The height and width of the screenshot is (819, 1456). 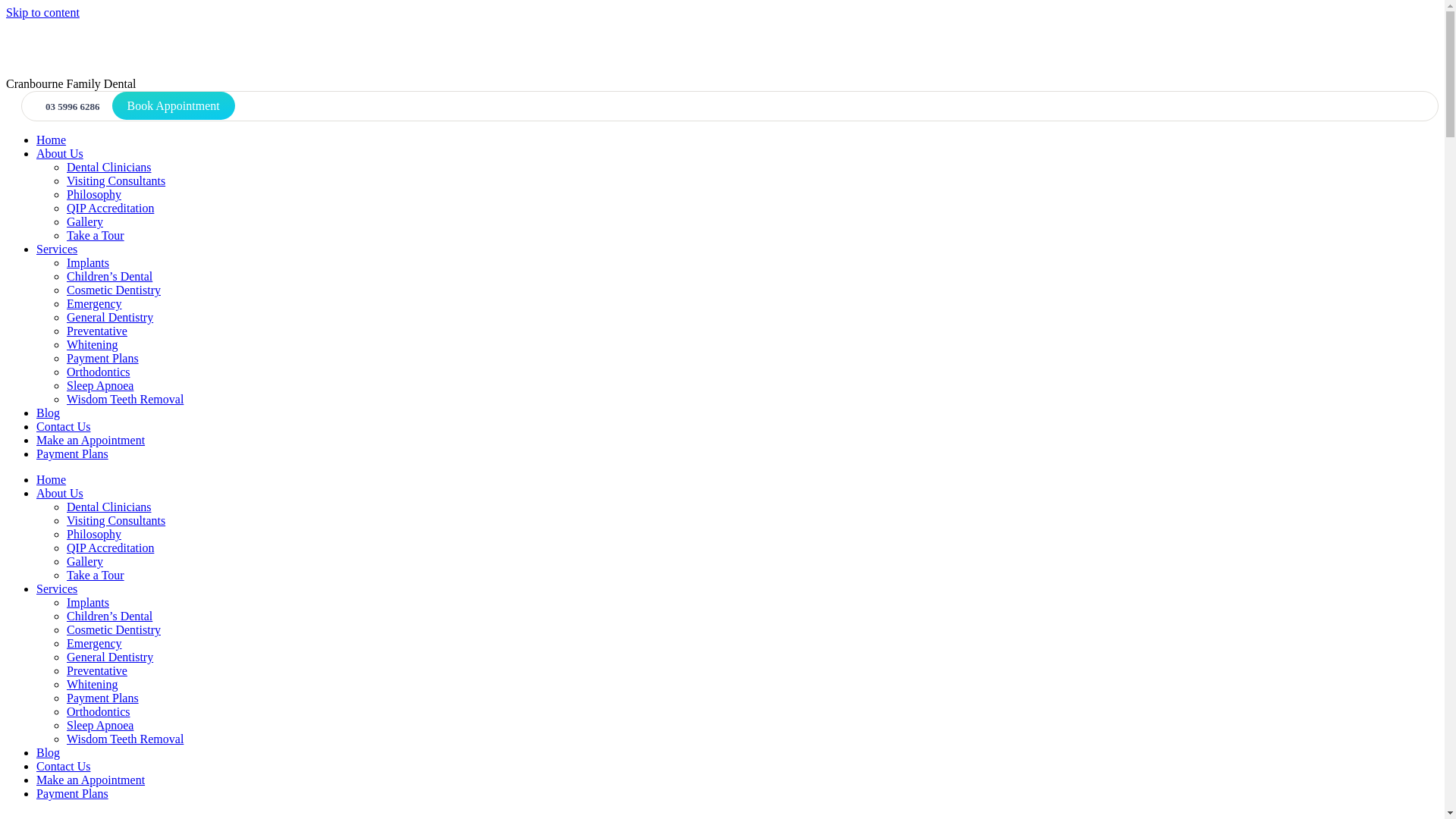 I want to click on 'Sleep Apnoea', so click(x=99, y=724).